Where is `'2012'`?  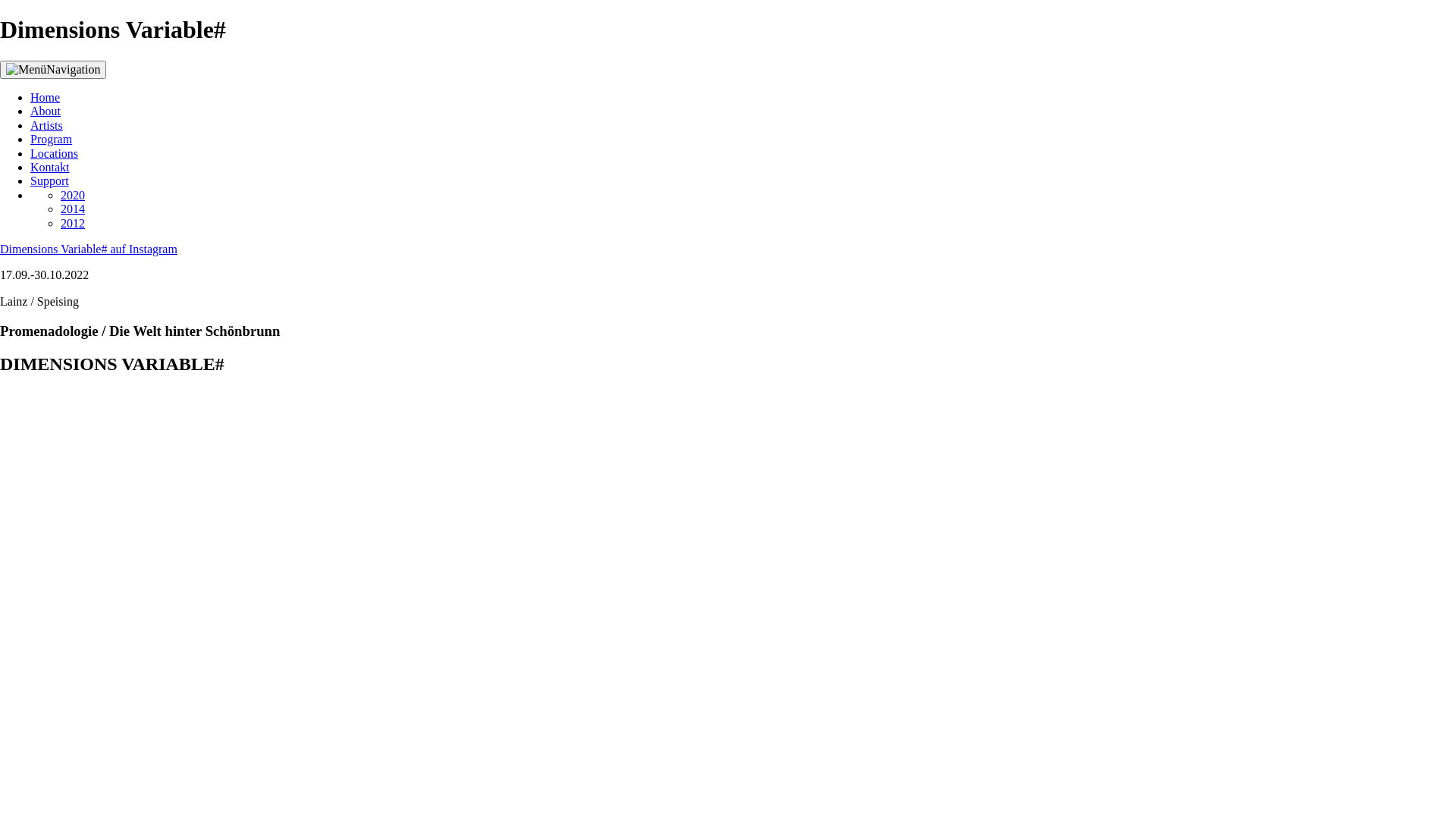
'2012' is located at coordinates (61, 223).